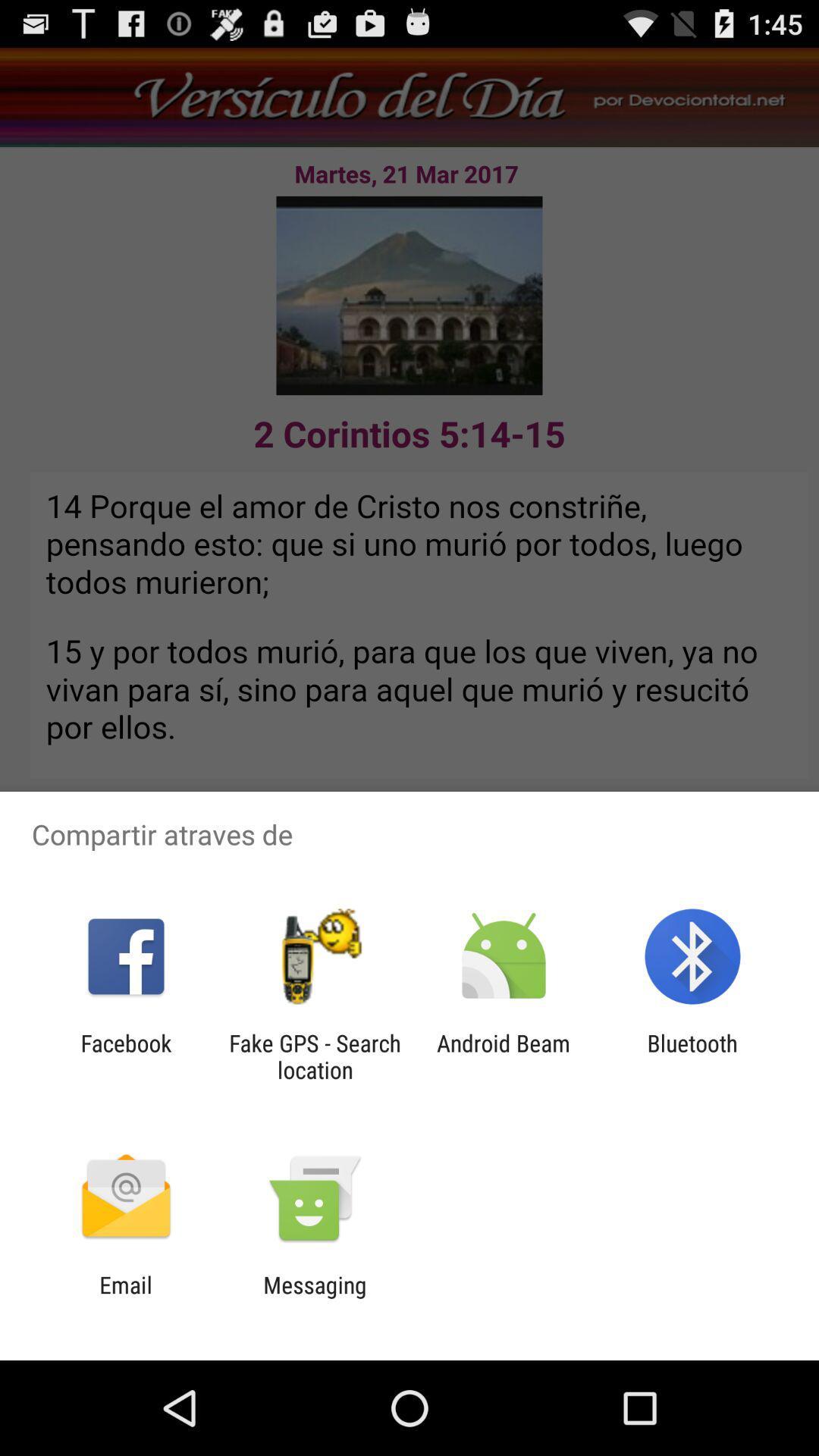 The height and width of the screenshot is (1456, 819). I want to click on the messaging, so click(314, 1298).